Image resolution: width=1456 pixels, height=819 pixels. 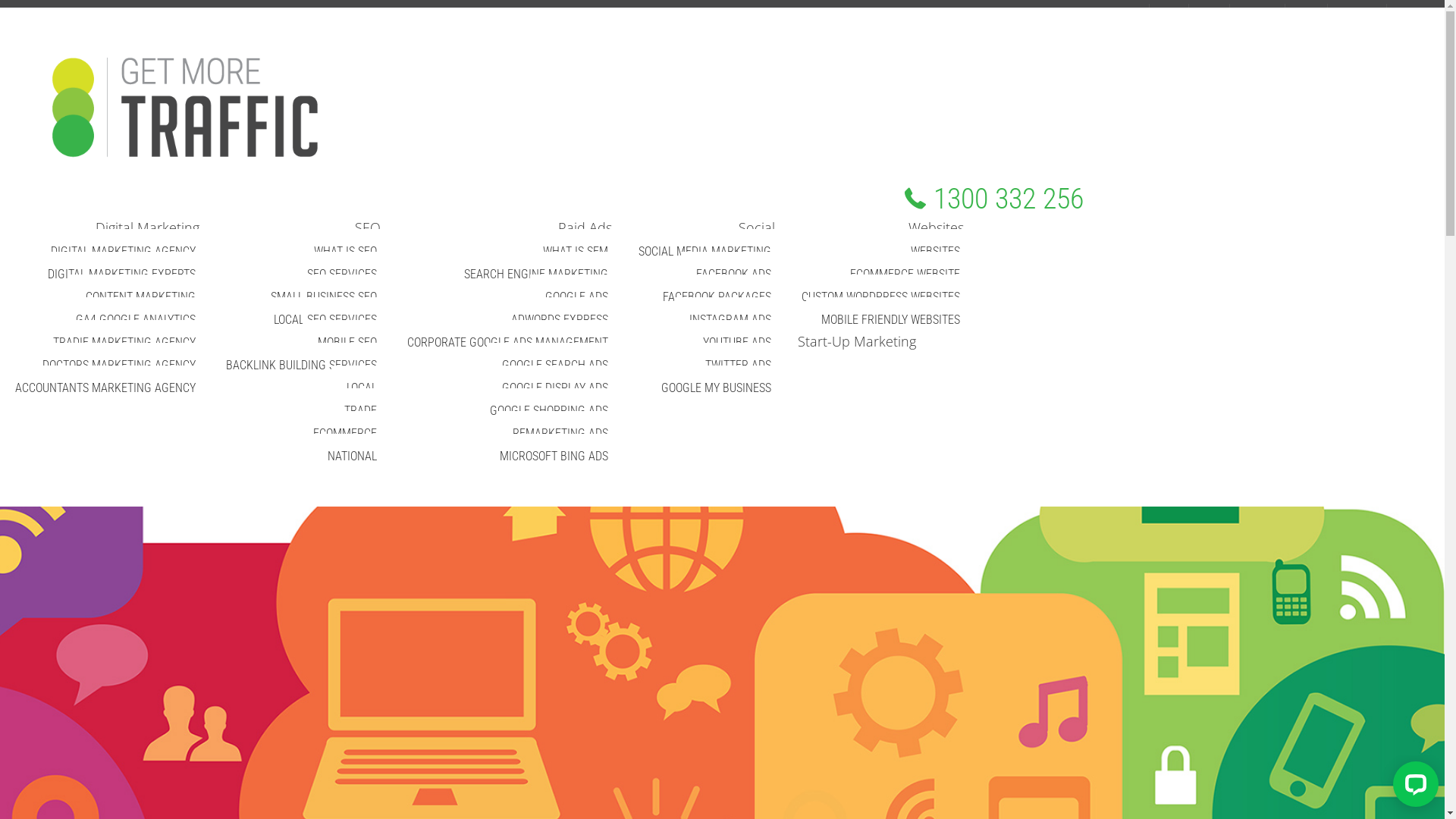 I want to click on 'MICROSOFT BING ADS', so click(x=553, y=455).